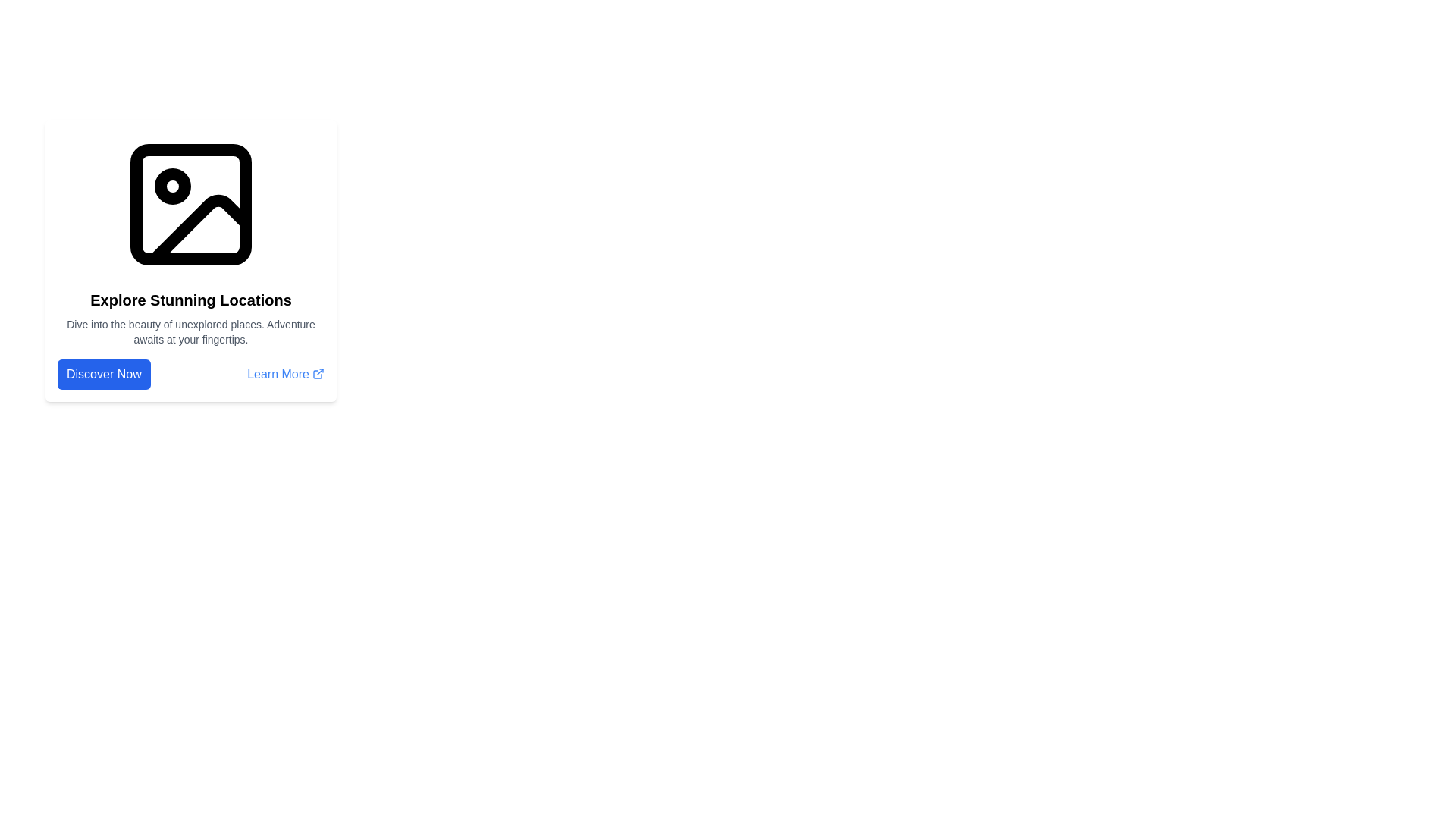 Image resolution: width=1456 pixels, height=819 pixels. What do you see at coordinates (172, 186) in the screenshot?
I see `small circular SVG Circle element located in the upper-left corner of the icon depicting mountains and sun, which is part of a card layout above location description text` at bounding box center [172, 186].